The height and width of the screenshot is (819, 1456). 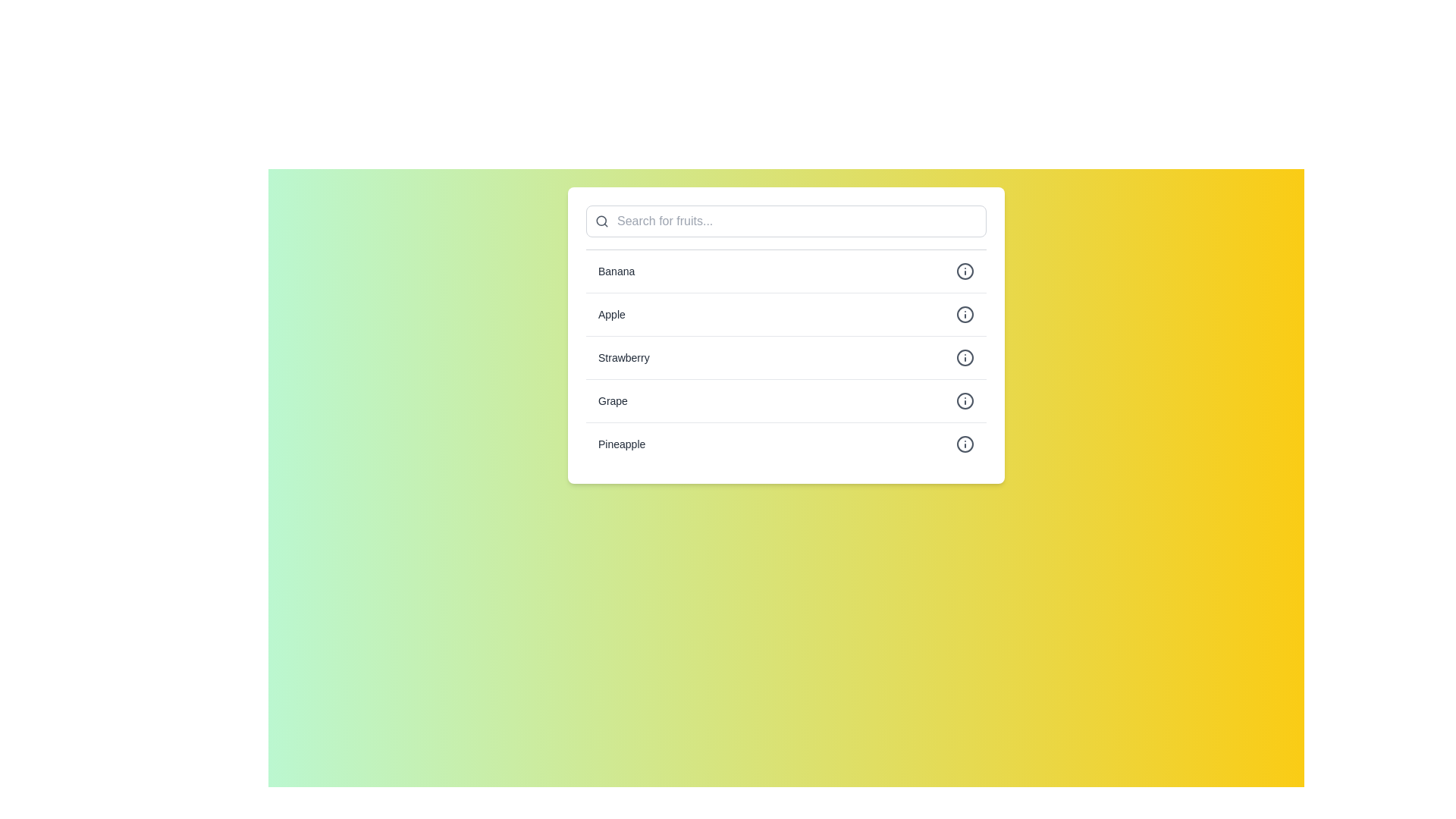 What do you see at coordinates (601, 221) in the screenshot?
I see `the small circular magnifying glass icon, which serves as a search indicator, located inside the search bar to the left of the placeholder text 'Search for fruits...'` at bounding box center [601, 221].